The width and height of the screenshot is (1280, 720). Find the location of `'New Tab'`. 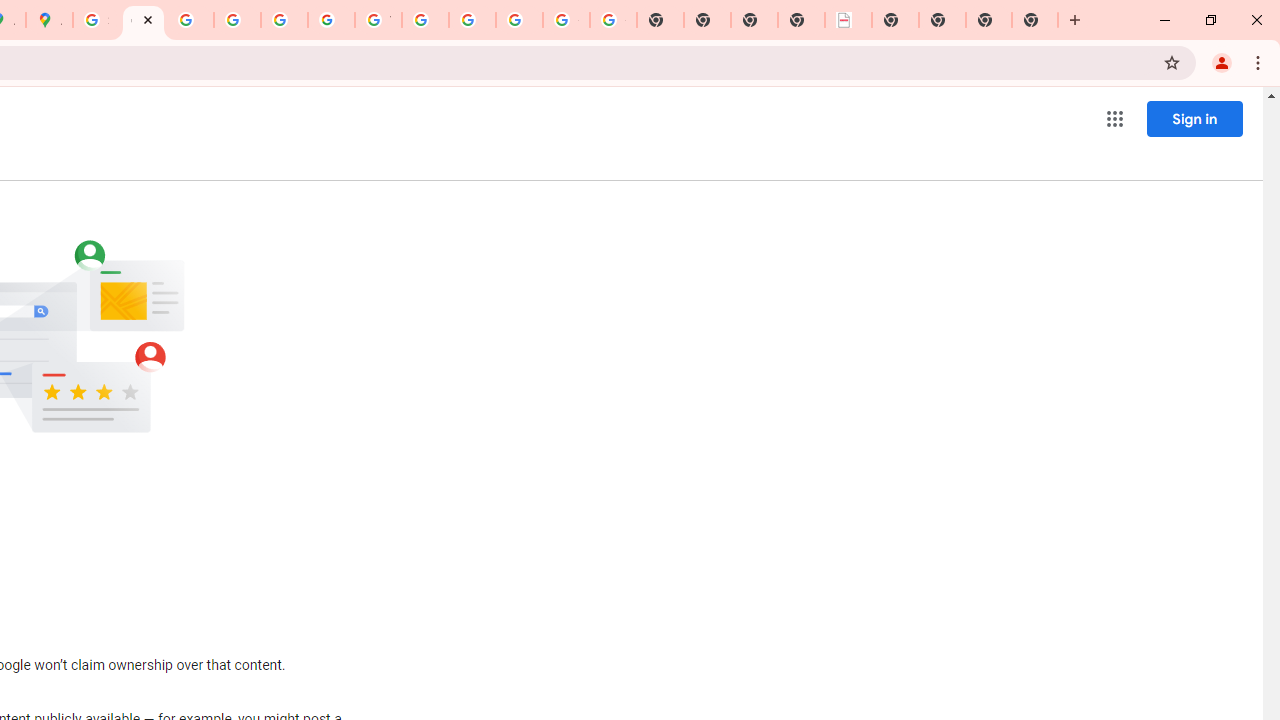

'New Tab' is located at coordinates (1035, 20).